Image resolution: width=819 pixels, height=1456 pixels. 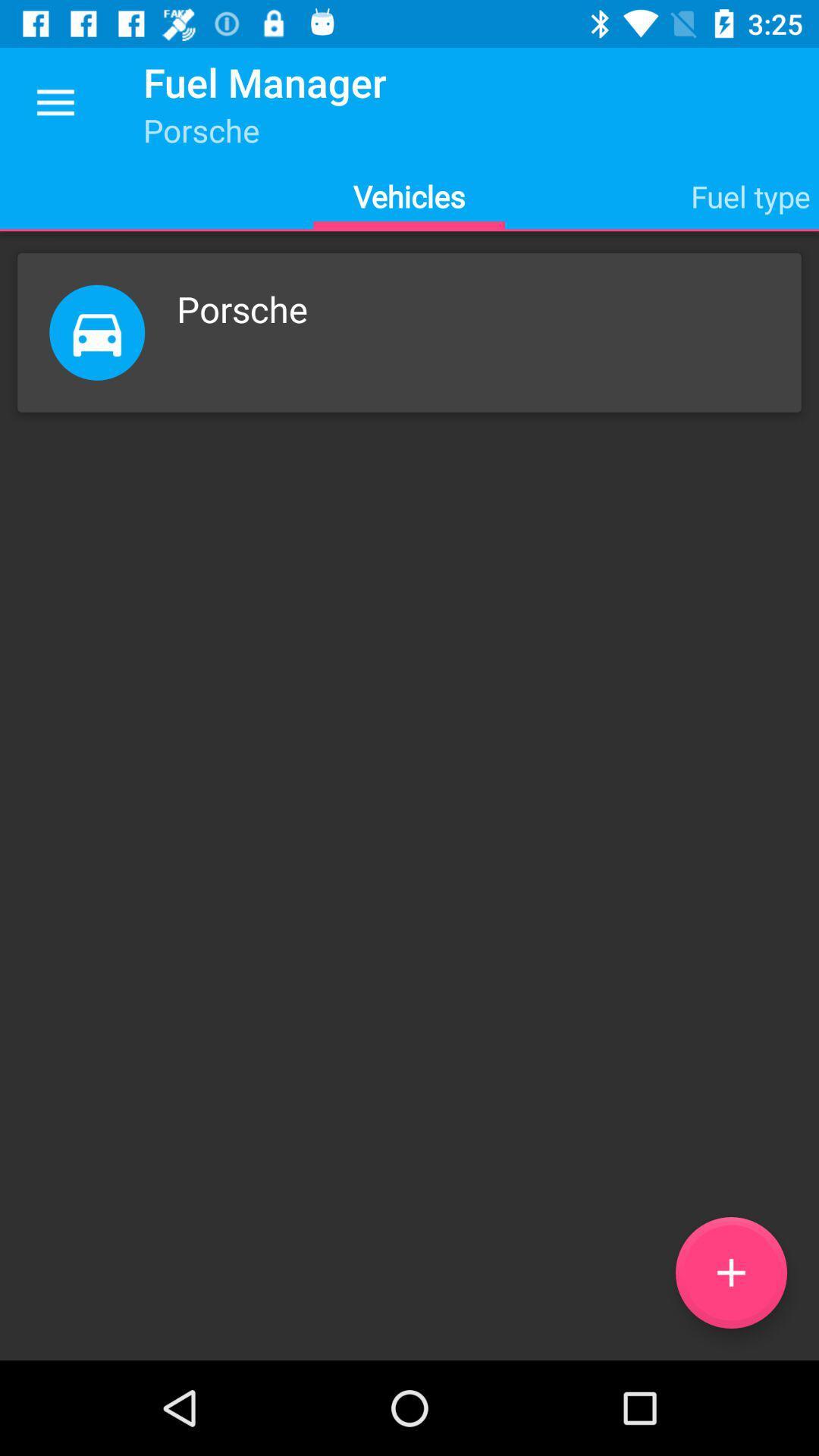 I want to click on icon to the left of the fuel manager item, so click(x=55, y=102).